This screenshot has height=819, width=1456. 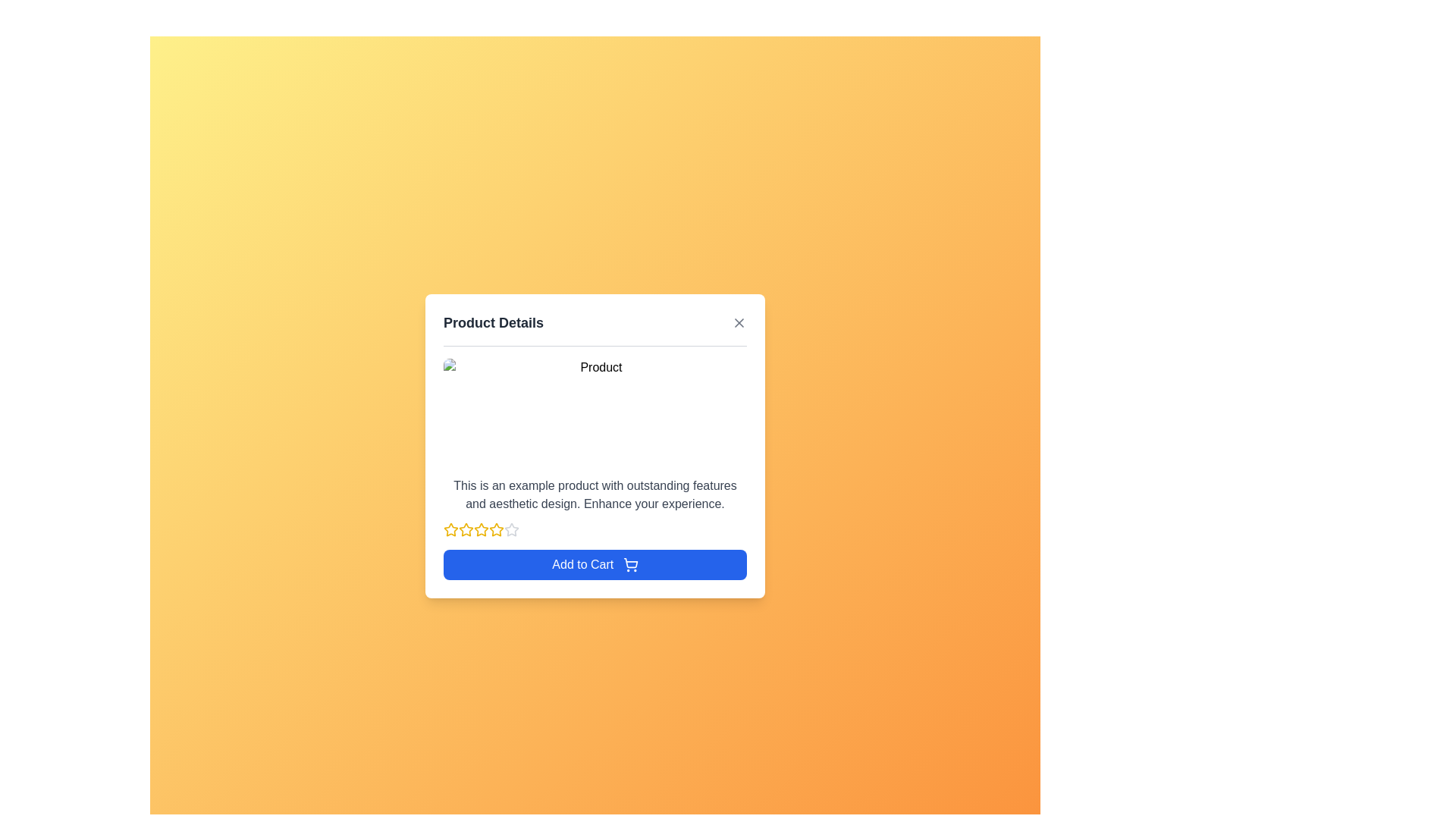 What do you see at coordinates (512, 529) in the screenshot?
I see `the fourth star in the row of rating star buttons` at bounding box center [512, 529].